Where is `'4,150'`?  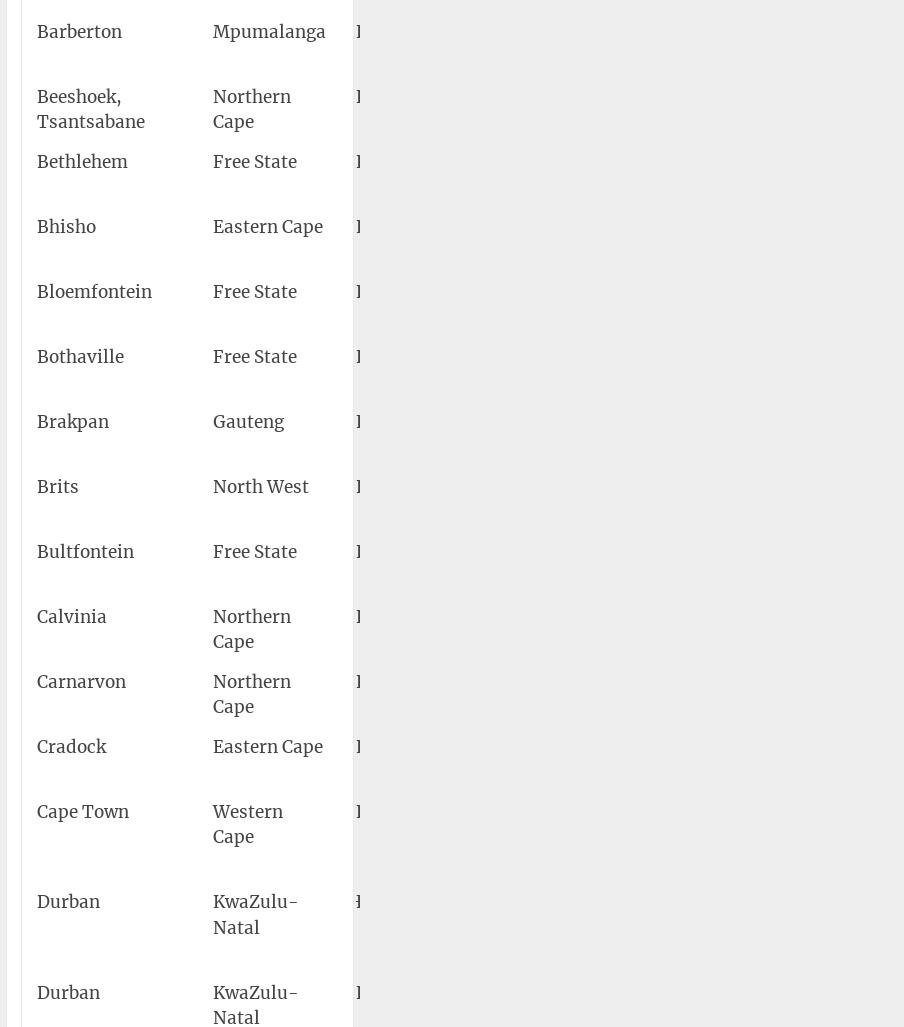 '4,150' is located at coordinates (860, 680).